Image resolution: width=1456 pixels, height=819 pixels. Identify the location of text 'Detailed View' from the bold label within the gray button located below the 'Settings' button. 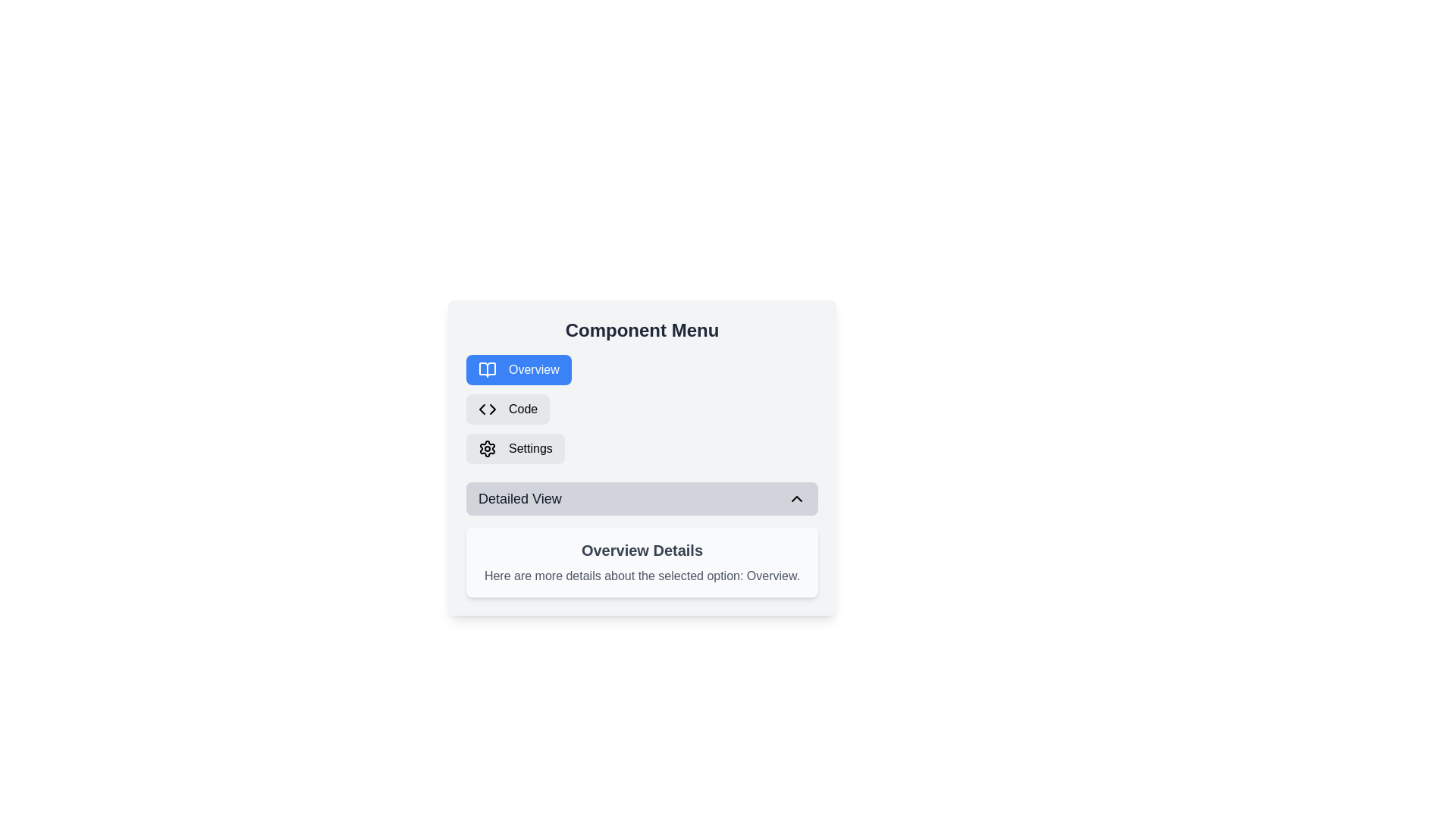
(519, 499).